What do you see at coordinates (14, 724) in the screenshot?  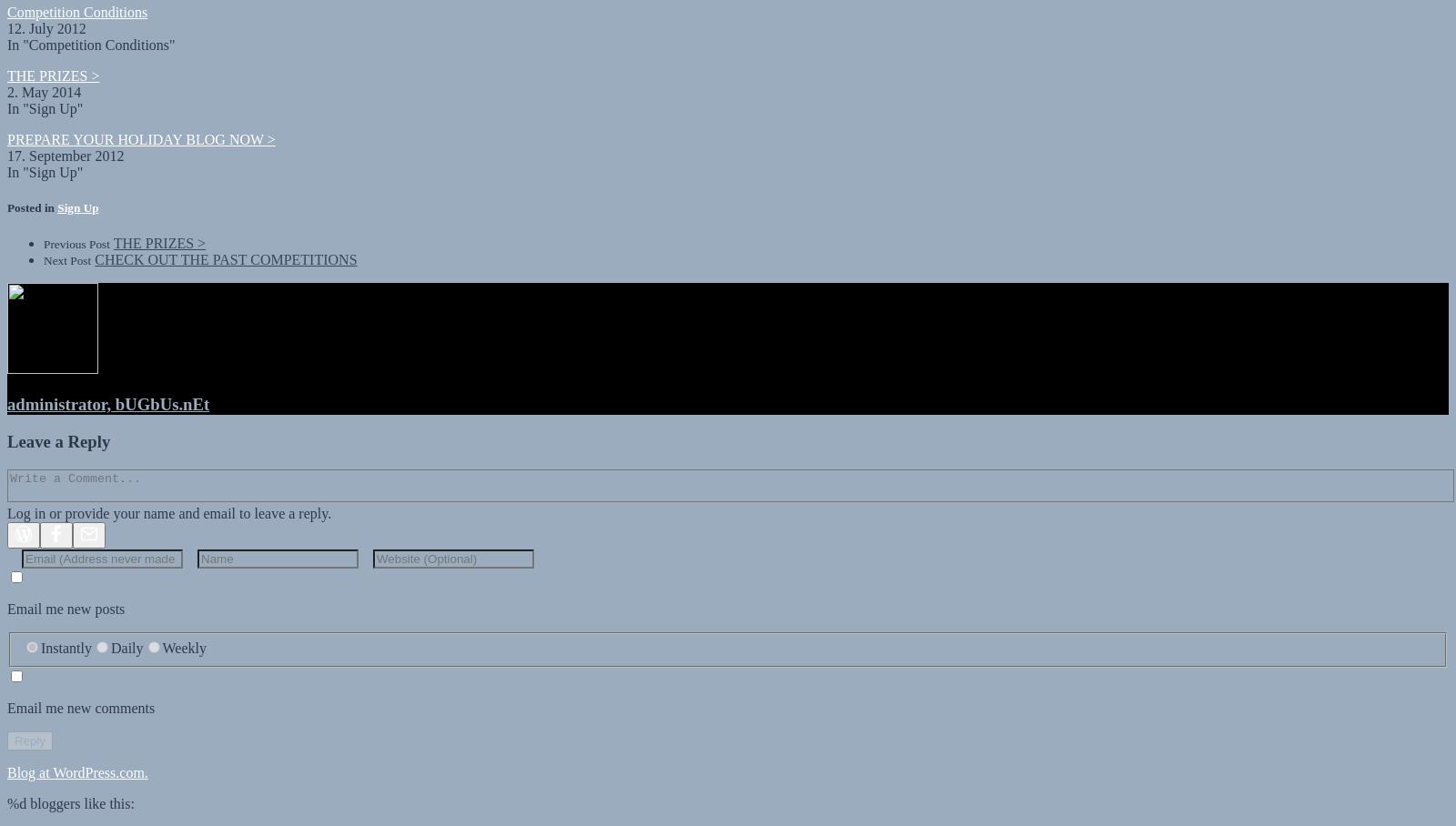 I see `'Reply'` at bounding box center [14, 724].